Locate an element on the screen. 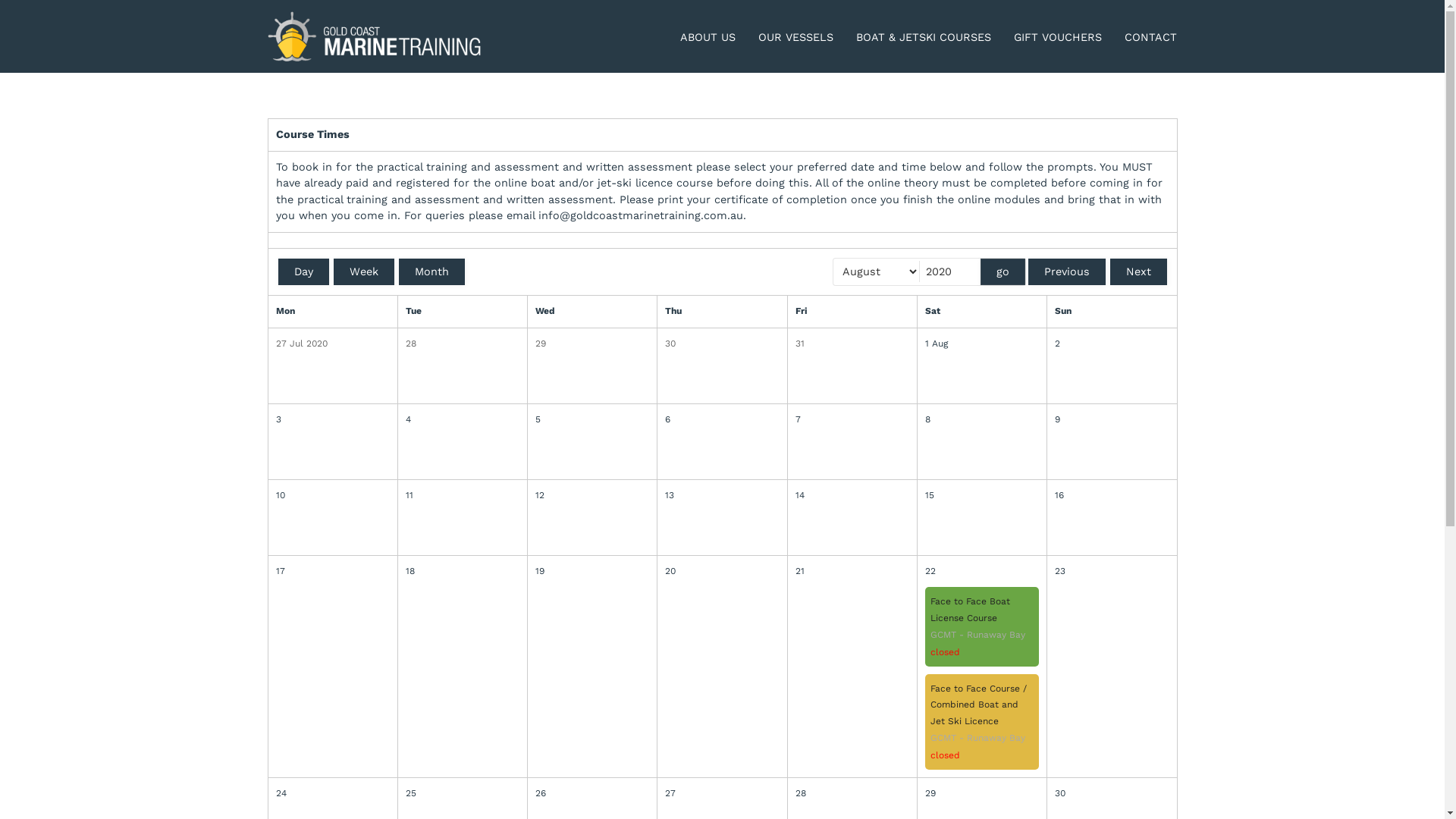 This screenshot has width=1456, height=819. '2' is located at coordinates (1111, 344).